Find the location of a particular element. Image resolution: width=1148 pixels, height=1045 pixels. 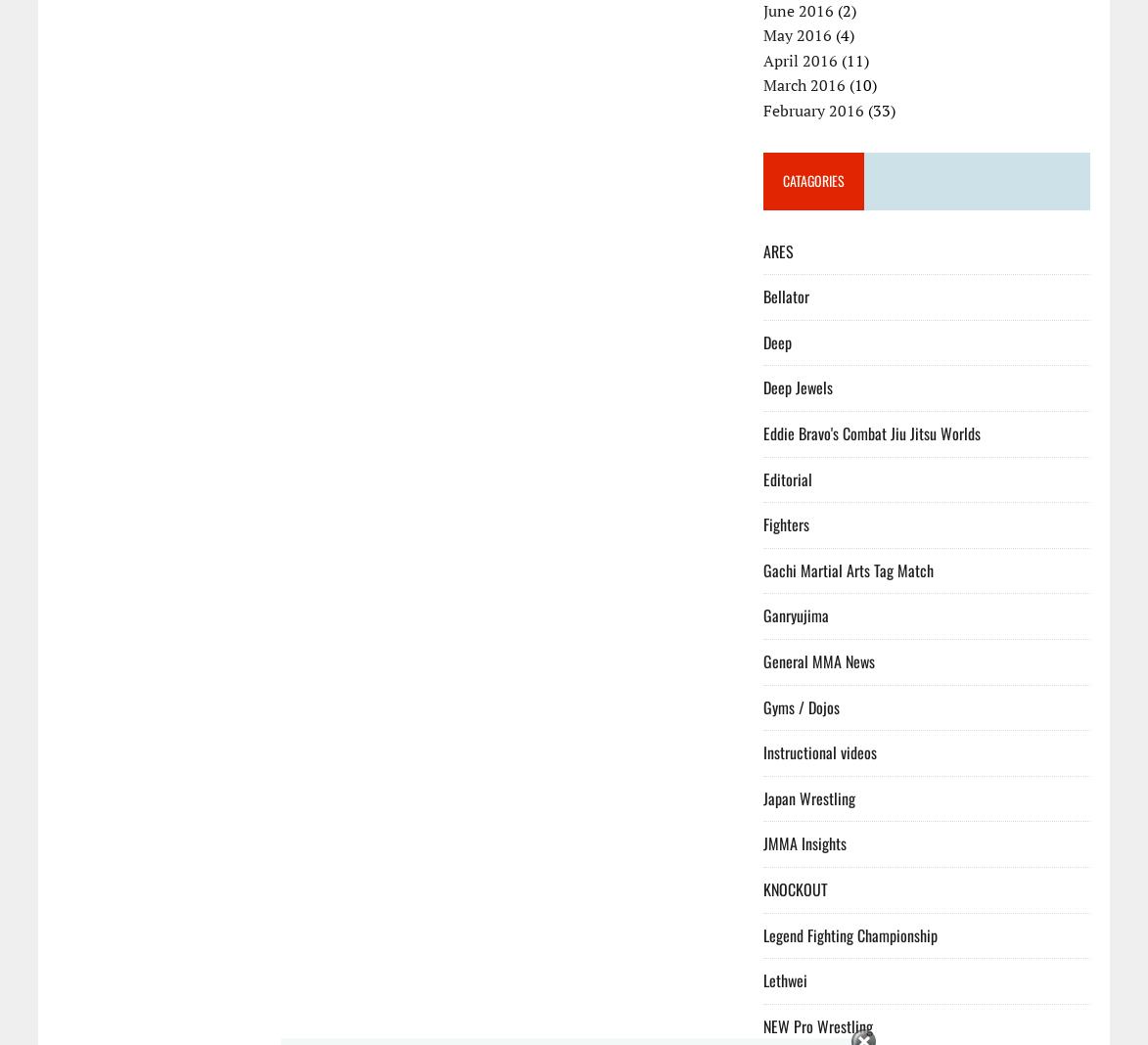

'NEW Pro Wrestling' is located at coordinates (817, 1025).